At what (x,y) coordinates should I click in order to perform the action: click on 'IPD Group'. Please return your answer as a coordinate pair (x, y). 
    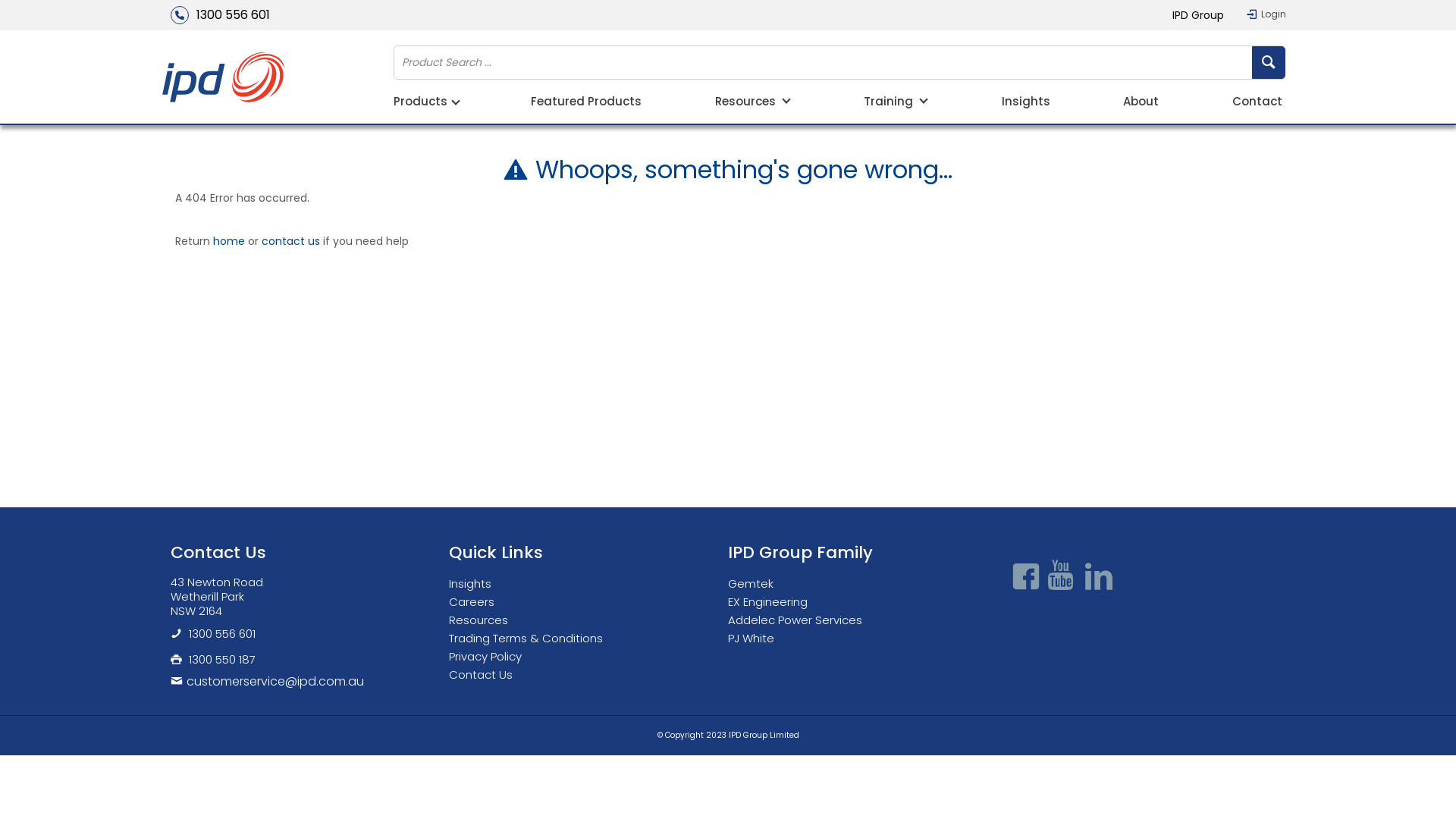
    Looking at the image, I should click on (1197, 14).